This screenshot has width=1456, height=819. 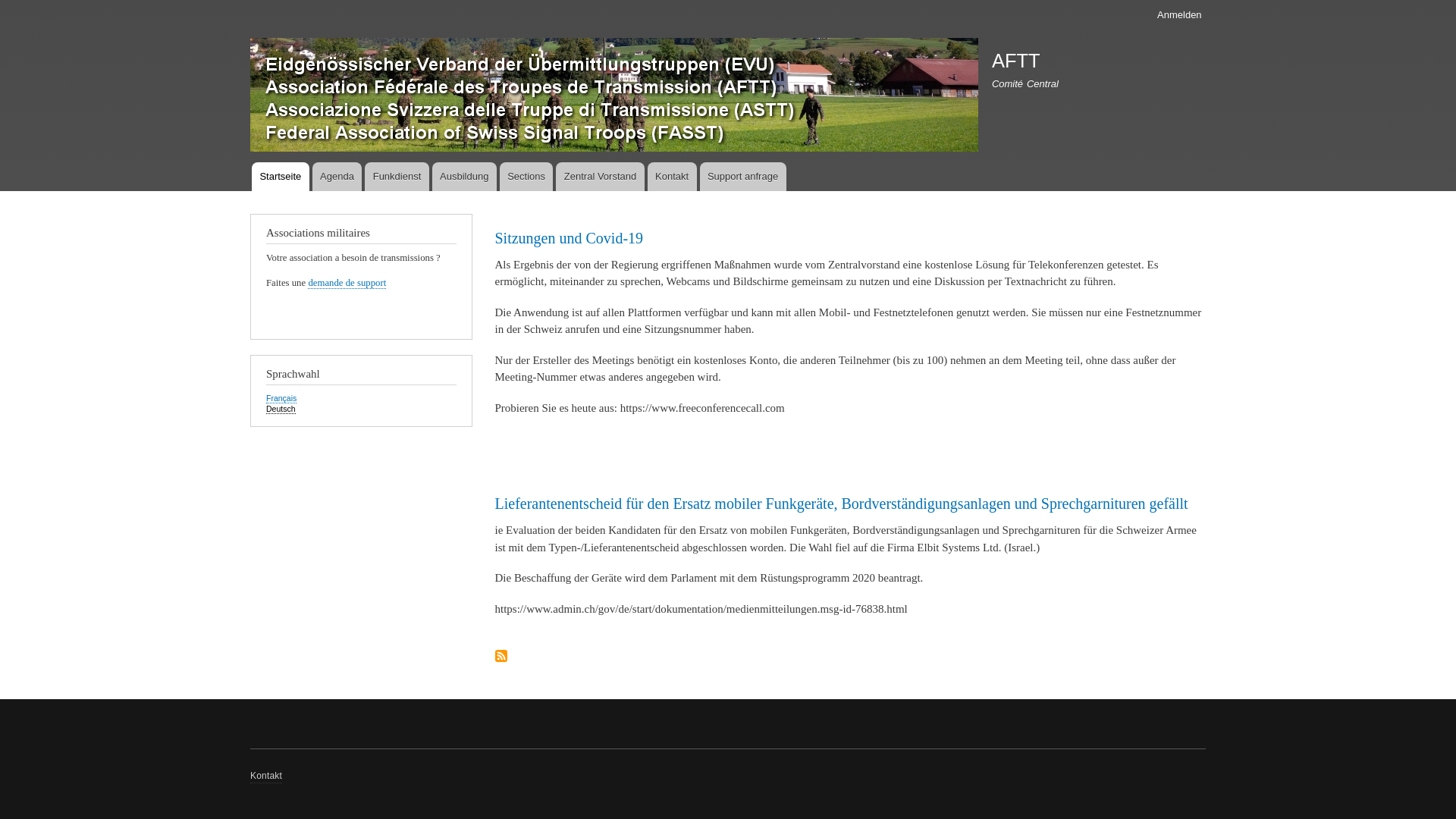 What do you see at coordinates (494, 237) in the screenshot?
I see `'Sitzungen und Covid-19'` at bounding box center [494, 237].